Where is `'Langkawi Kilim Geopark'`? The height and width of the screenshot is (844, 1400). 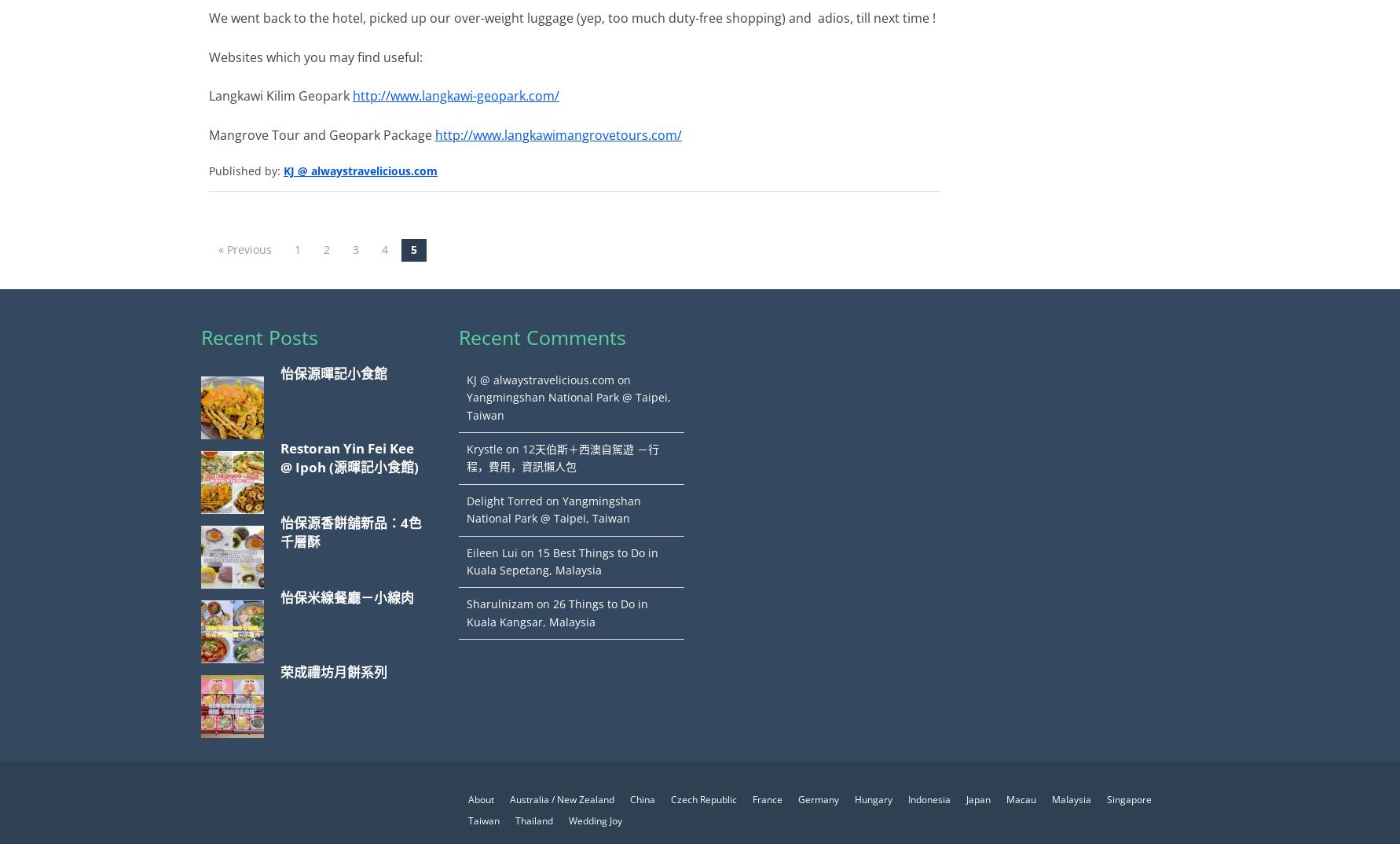 'Langkawi Kilim Geopark' is located at coordinates (209, 95).